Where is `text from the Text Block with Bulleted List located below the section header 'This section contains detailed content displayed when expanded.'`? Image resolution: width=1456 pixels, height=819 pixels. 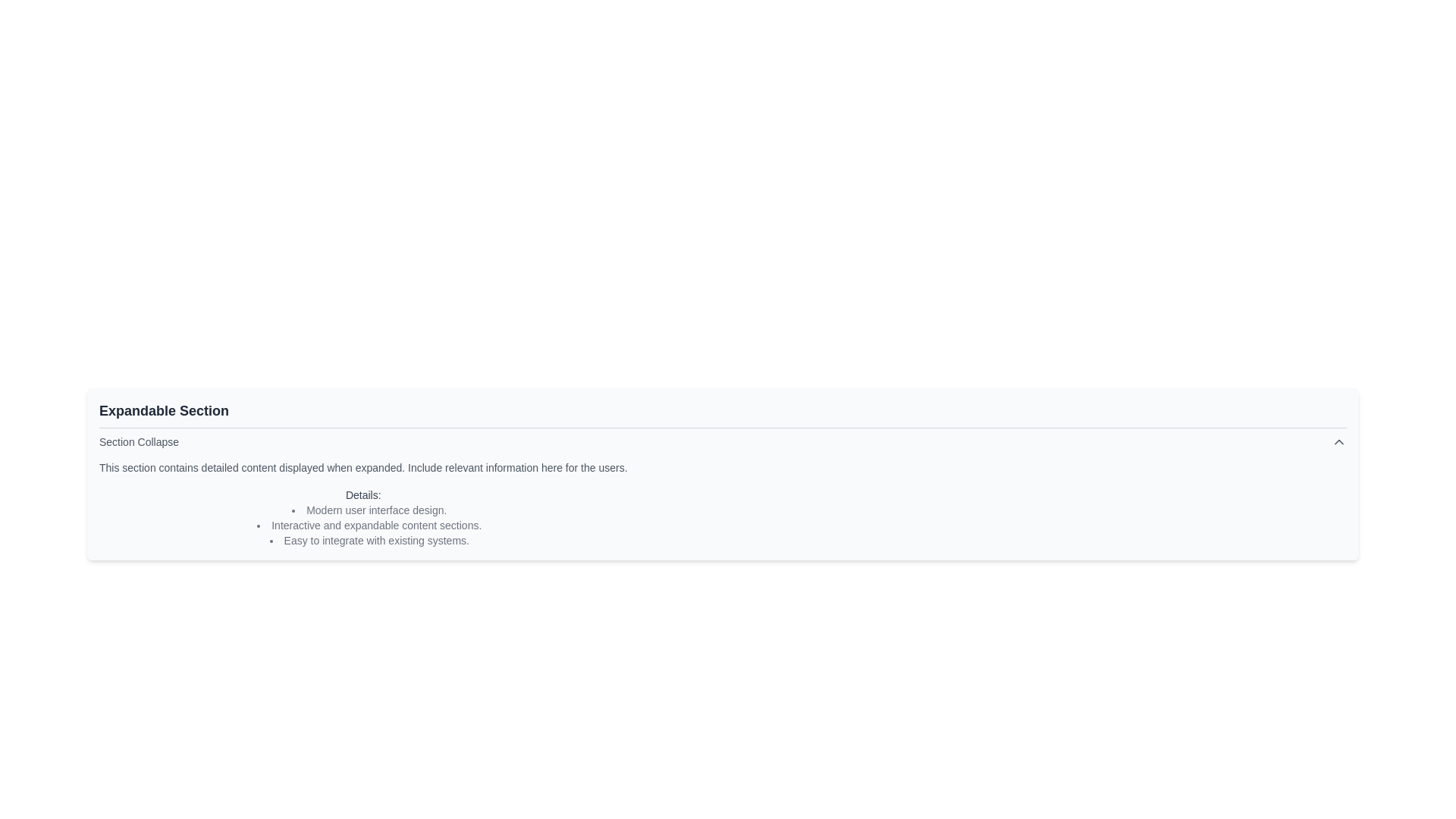 text from the Text Block with Bulleted List located below the section header 'This section contains detailed content displayed when expanded.' is located at coordinates (362, 516).